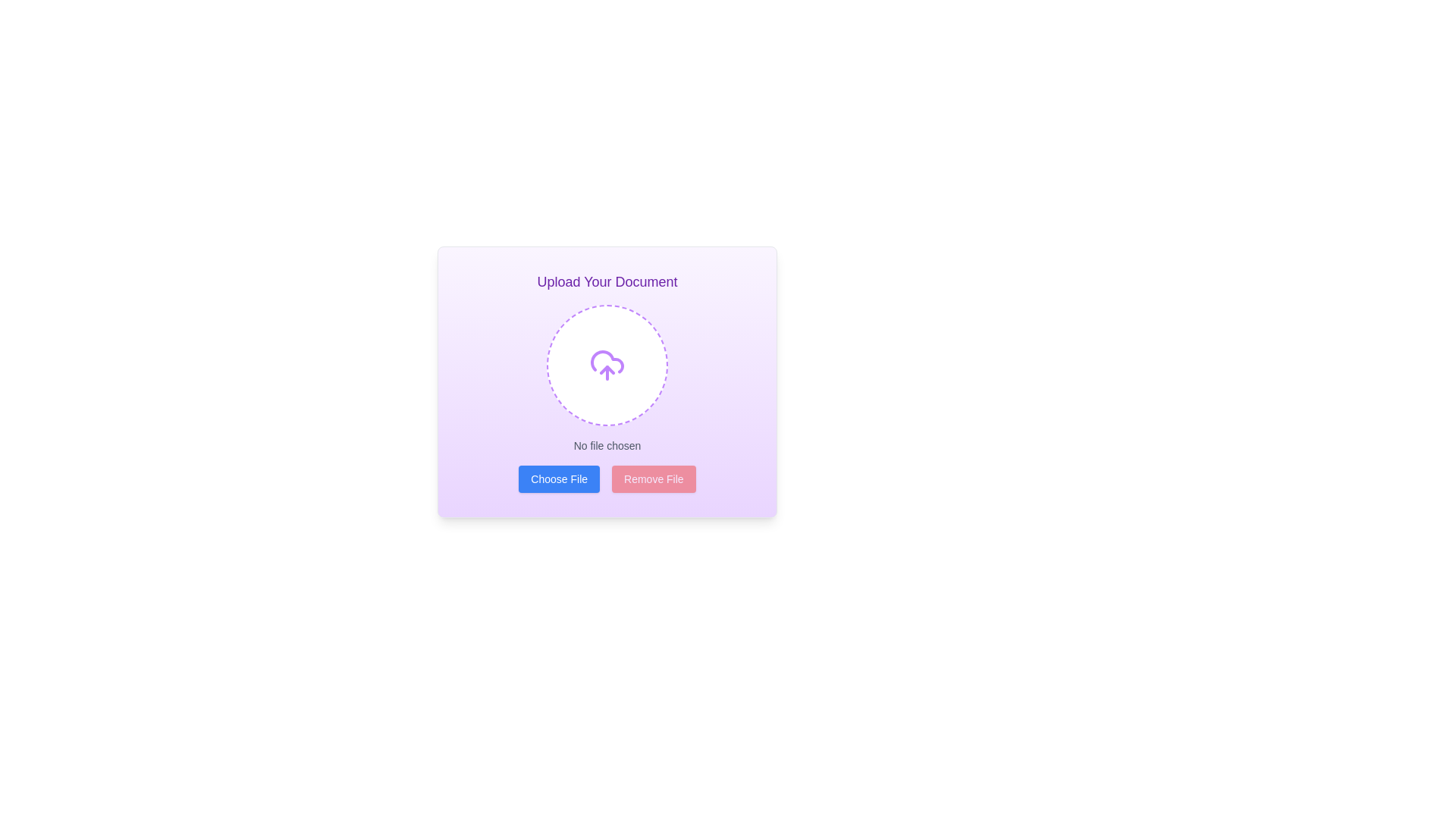 The height and width of the screenshot is (819, 1456). Describe the element at coordinates (607, 370) in the screenshot. I see `the visual representation of the upward arrow component of the cloud upload icon, which is part of an SVG structure located centrally in the card-like area` at that location.